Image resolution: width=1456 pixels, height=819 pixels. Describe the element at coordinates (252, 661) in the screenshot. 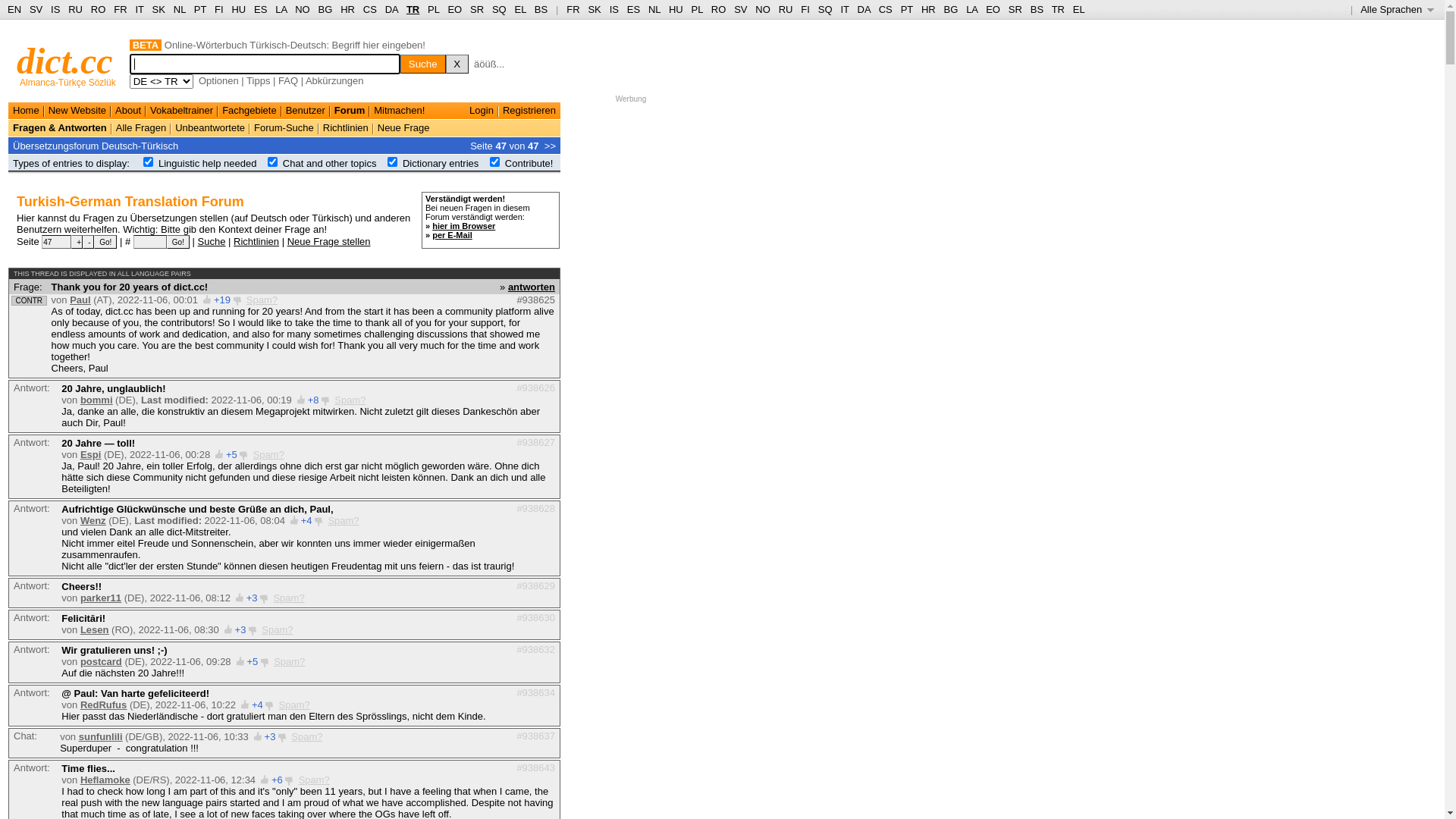

I see `'+5'` at that location.